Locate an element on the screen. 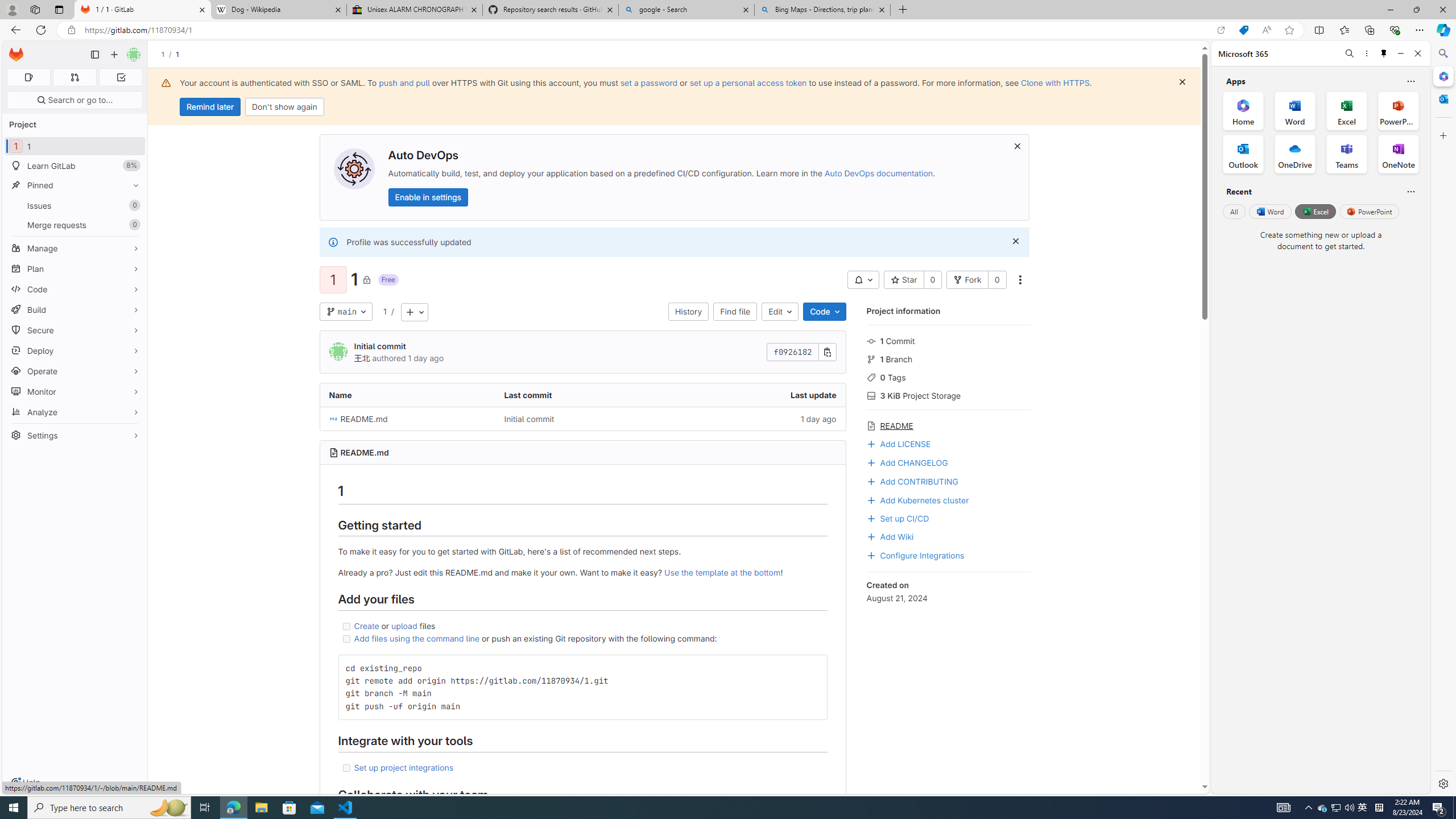  '1 1' is located at coordinates (74, 146).